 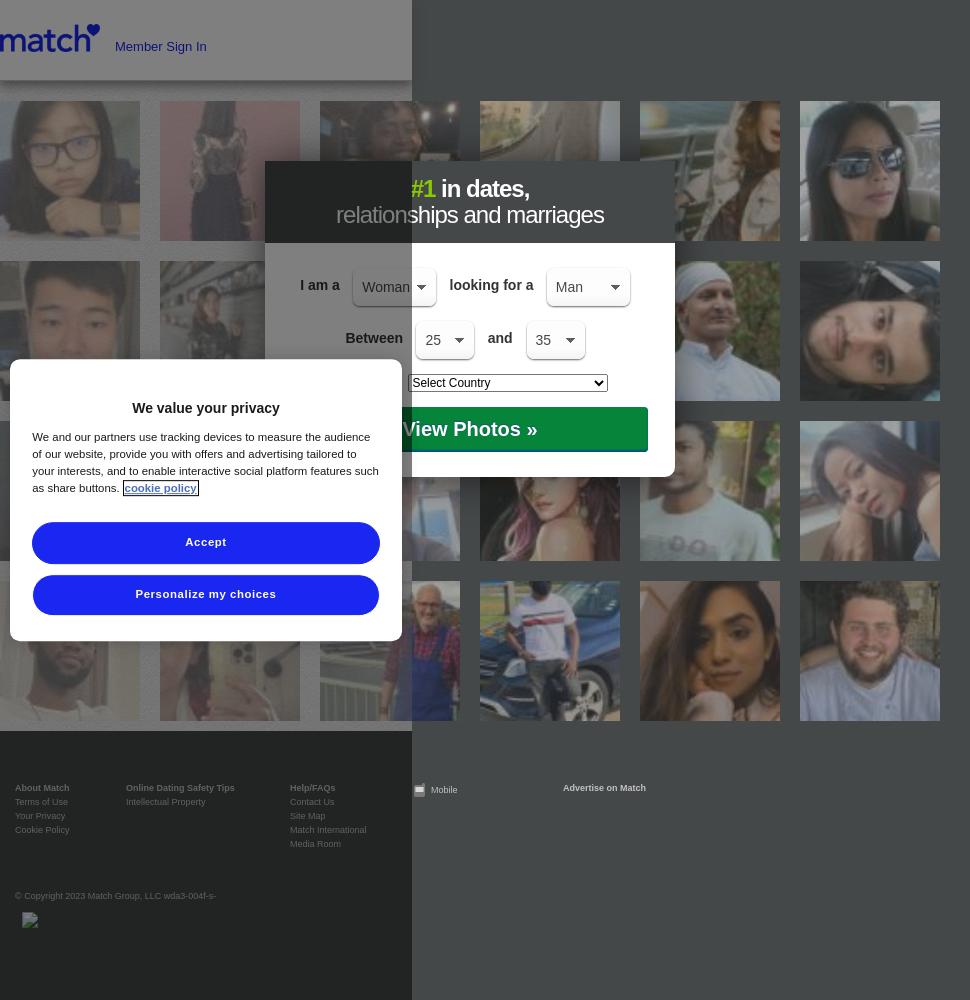 What do you see at coordinates (501, 337) in the screenshot?
I see `'and'` at bounding box center [501, 337].